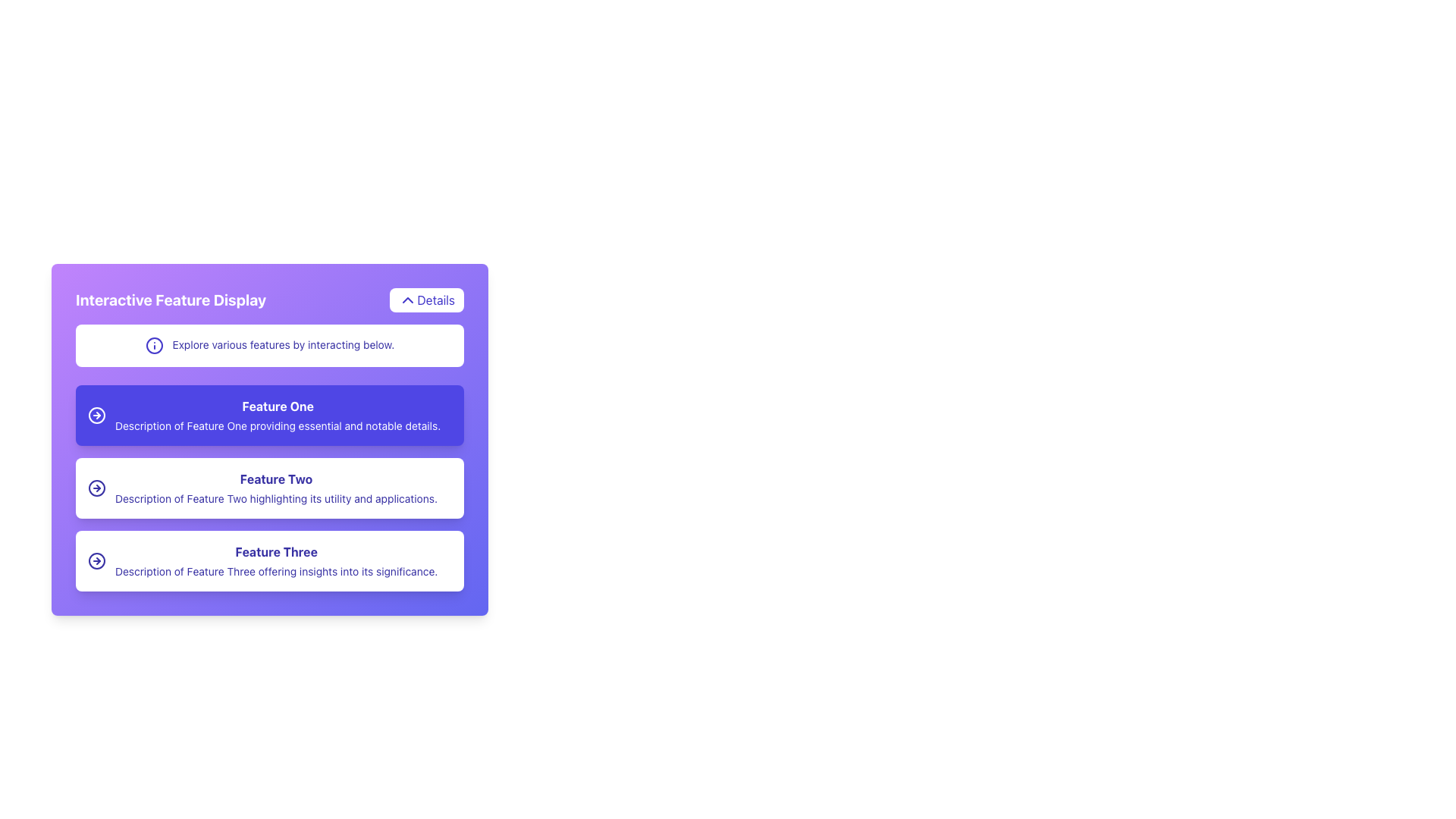 The image size is (1456, 819). I want to click on the 'Feature One' text label which is styled in bold font and displayed on a blue background, located in the first section of a vertically aligned list, so click(278, 406).